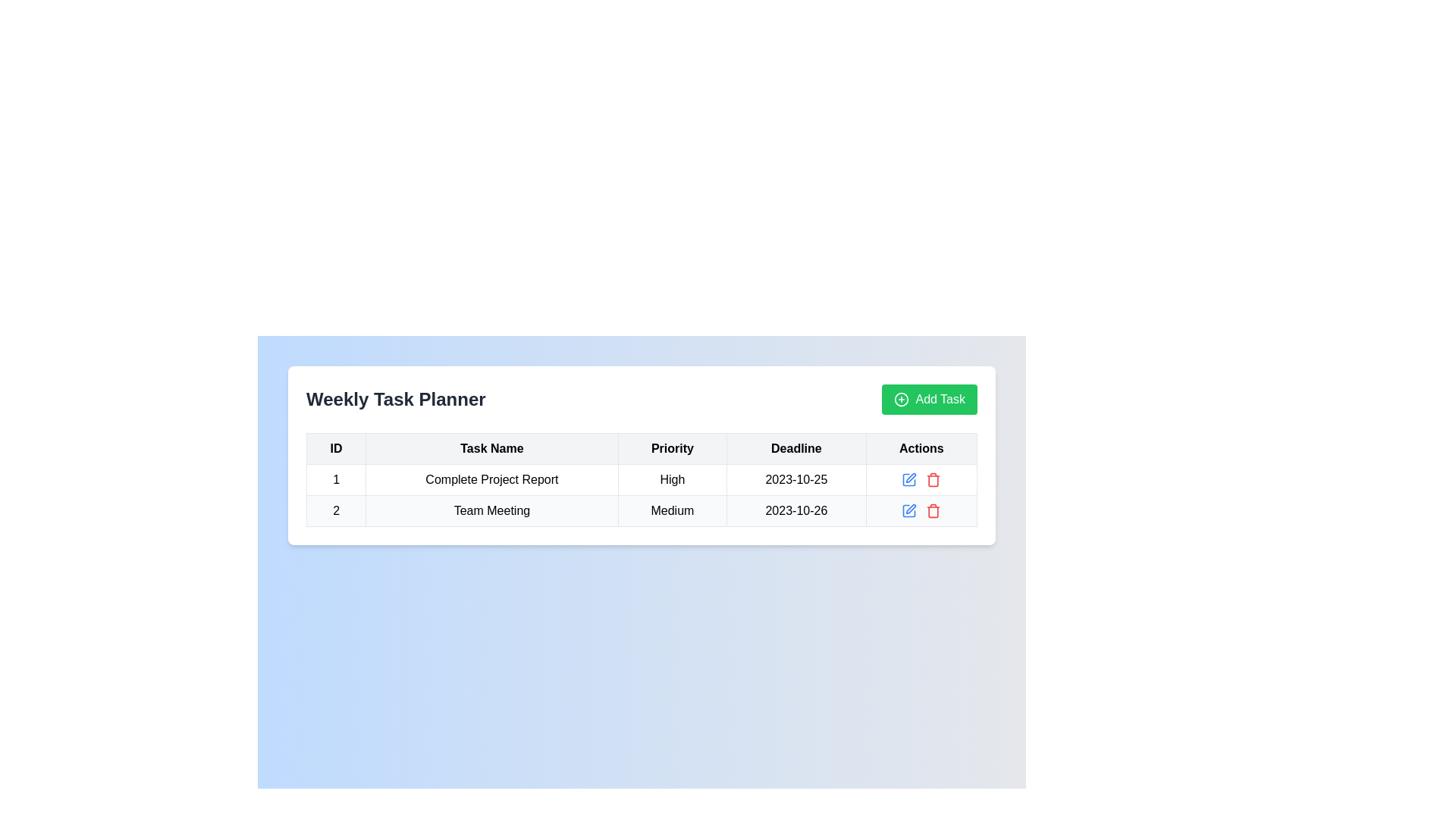  What do you see at coordinates (491, 511) in the screenshot?
I see `text displayed in the second row entry under the 'Task Name' column in the 'Weekly Task Planner' table, which is positioned between the 'ID' and 'Priority' columns` at bounding box center [491, 511].